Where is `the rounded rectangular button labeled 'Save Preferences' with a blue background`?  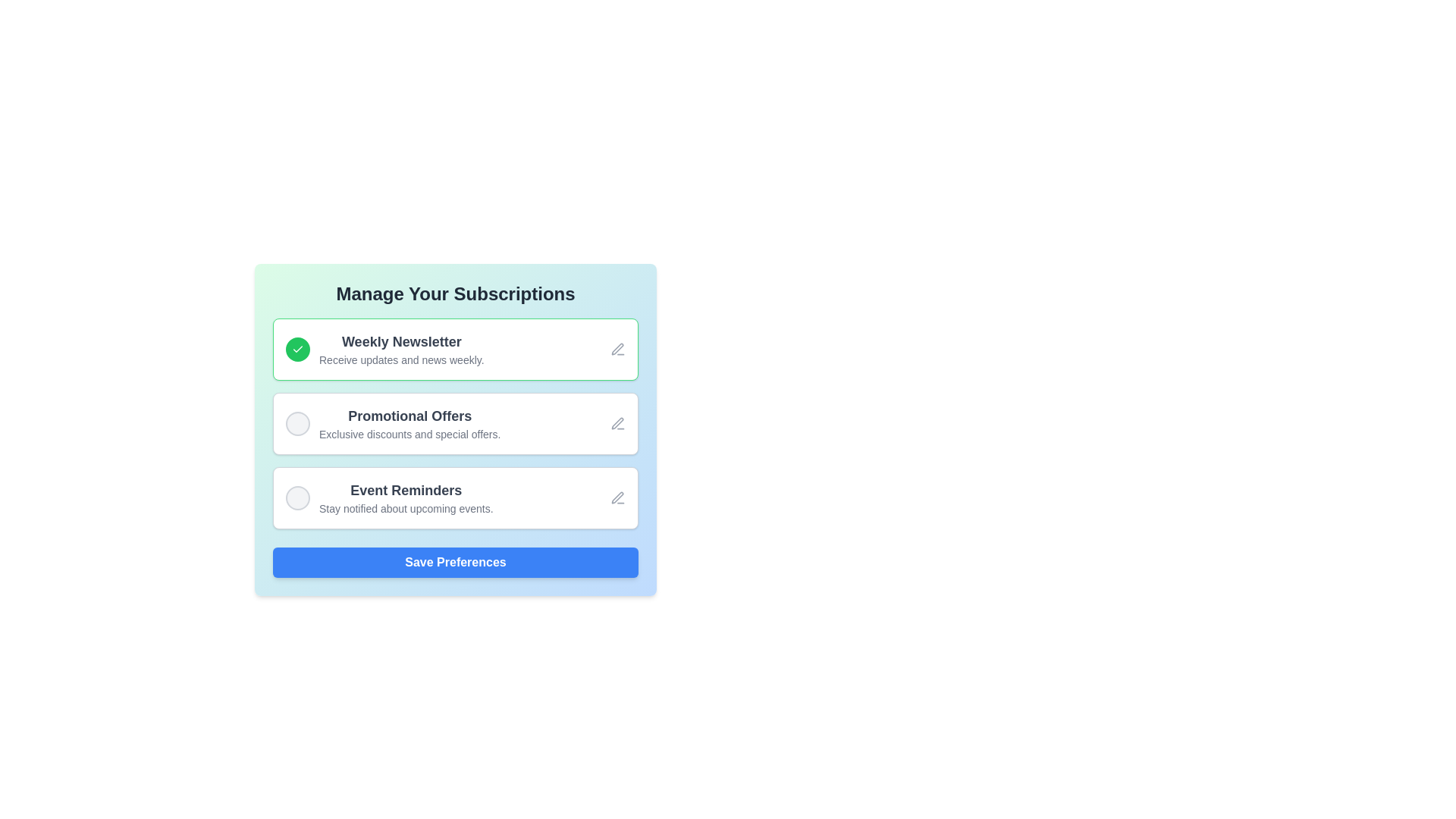 the rounded rectangular button labeled 'Save Preferences' with a blue background is located at coordinates (454, 562).